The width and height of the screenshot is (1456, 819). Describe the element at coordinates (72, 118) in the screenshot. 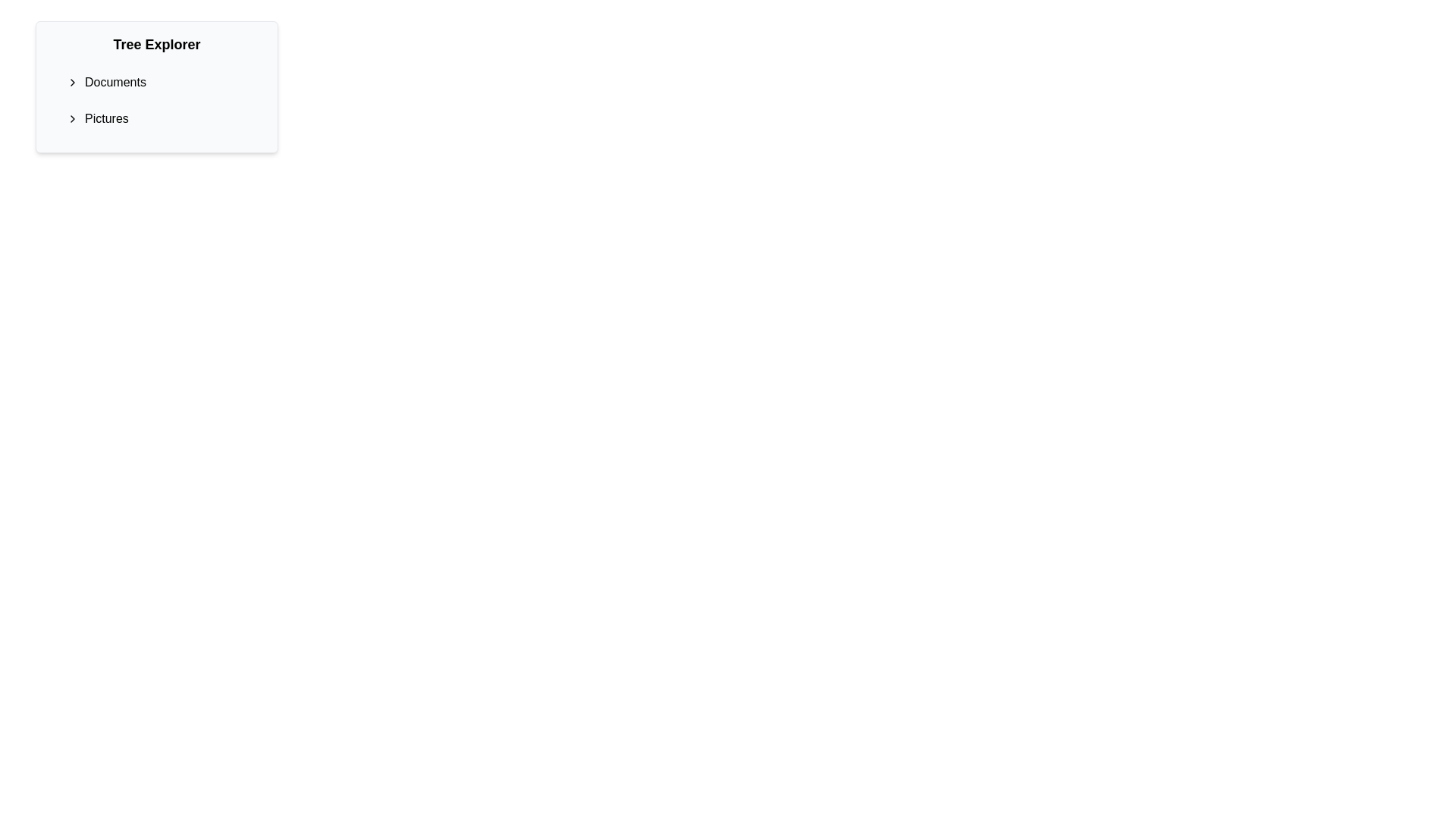

I see `the right-angled chevron icon located to the left of the 'Pictures' label under the 'Tree Explorer' header` at that location.